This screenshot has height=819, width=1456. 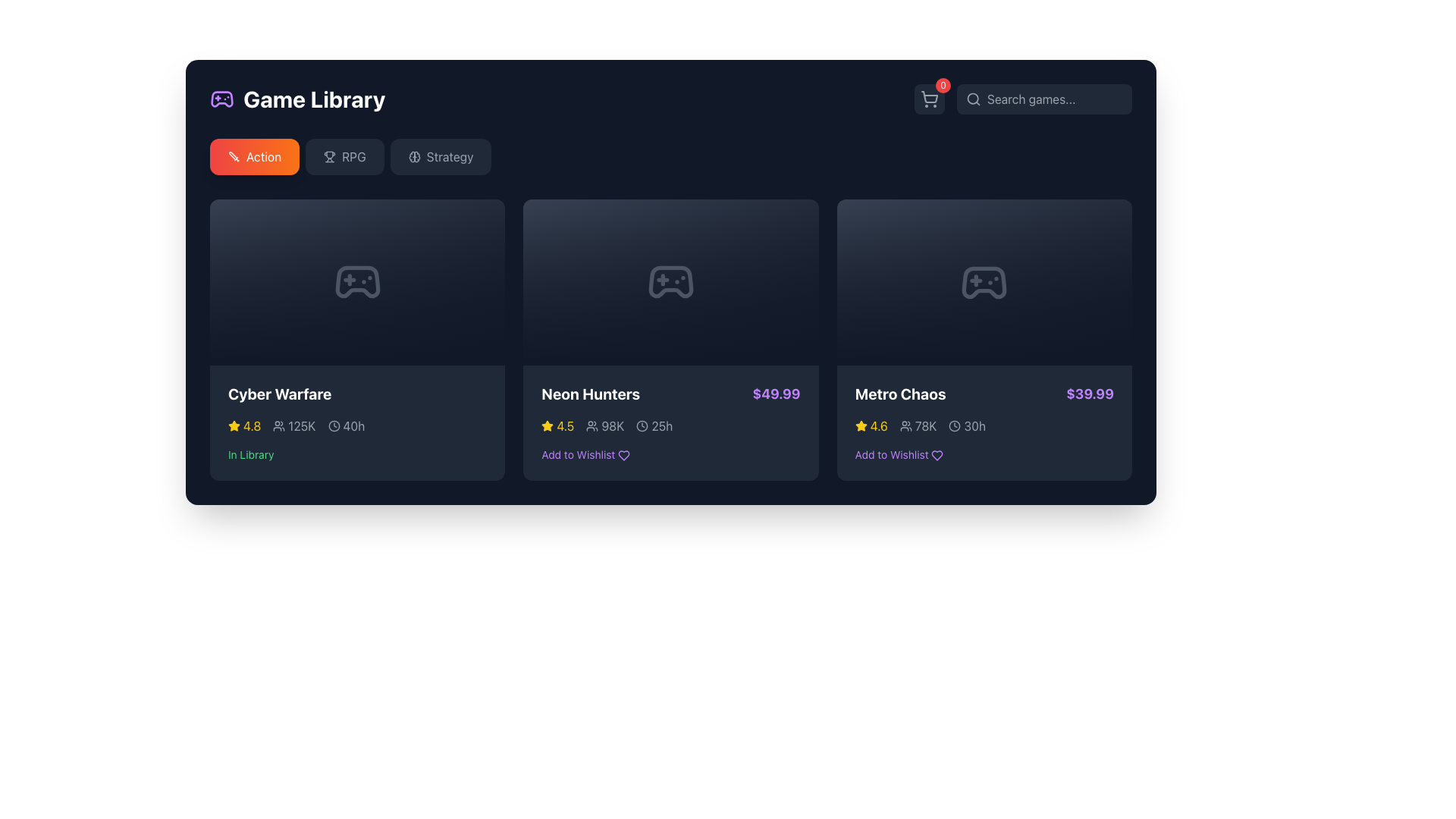 What do you see at coordinates (984, 282) in the screenshot?
I see `the game controller icon, which is a monochrome graphic representation located at the center of the card for the game titled 'Metro Chaos' in the Game Library section` at bounding box center [984, 282].